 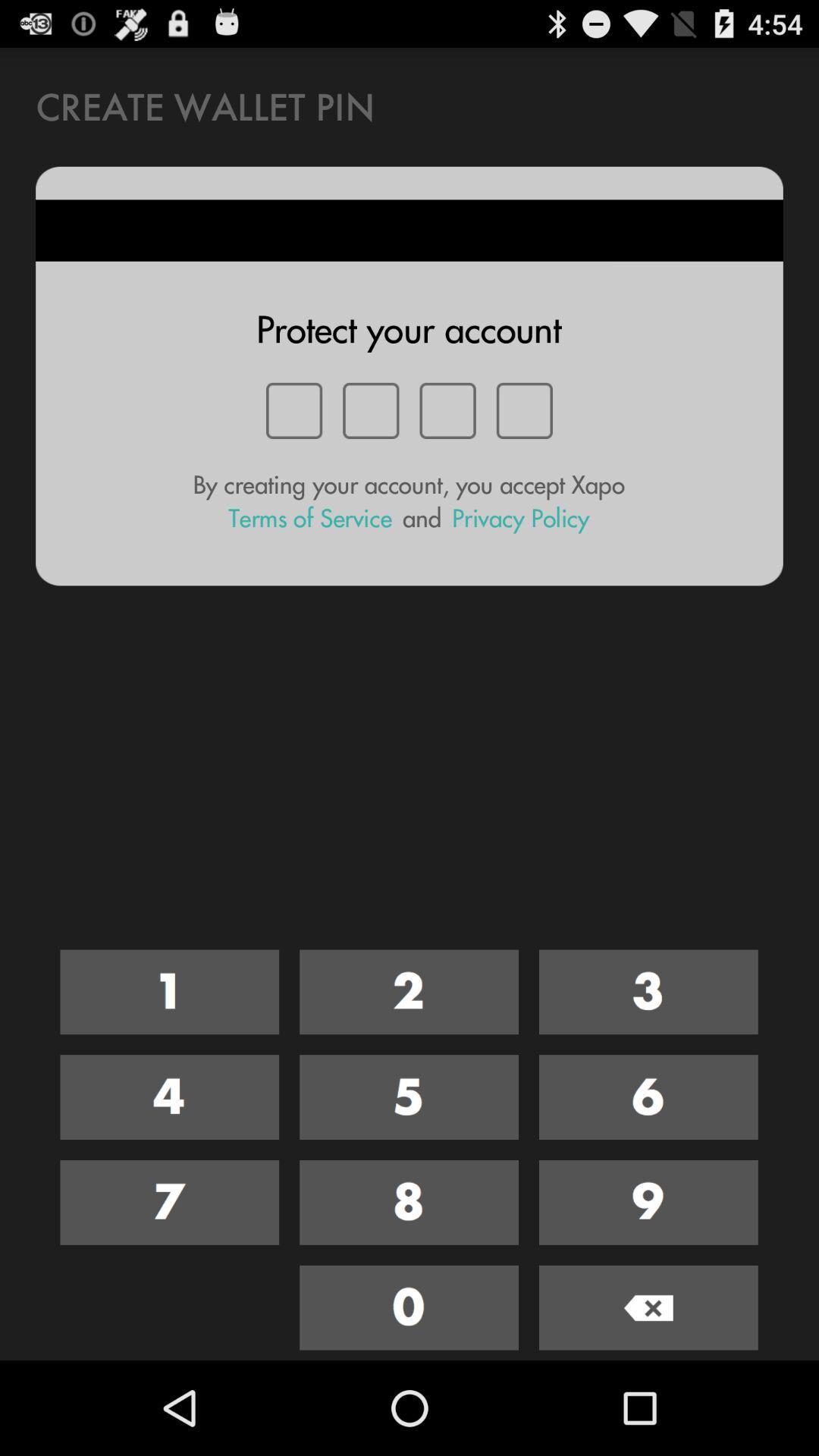 I want to click on input numeral four, so click(x=169, y=1097).